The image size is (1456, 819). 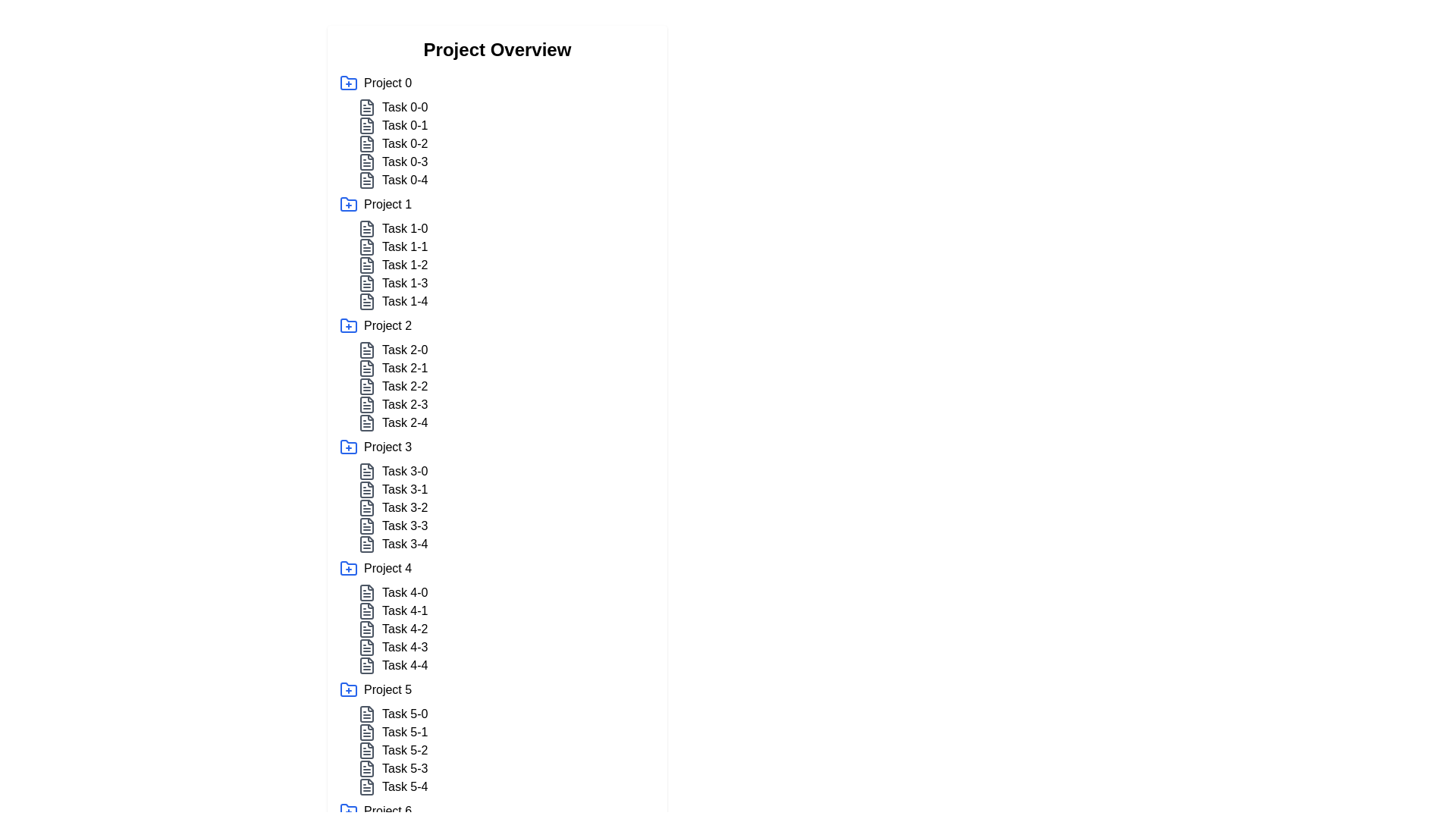 I want to click on the document icon styled in gray color next to 'Task 4-3' for interaction, so click(x=367, y=647).